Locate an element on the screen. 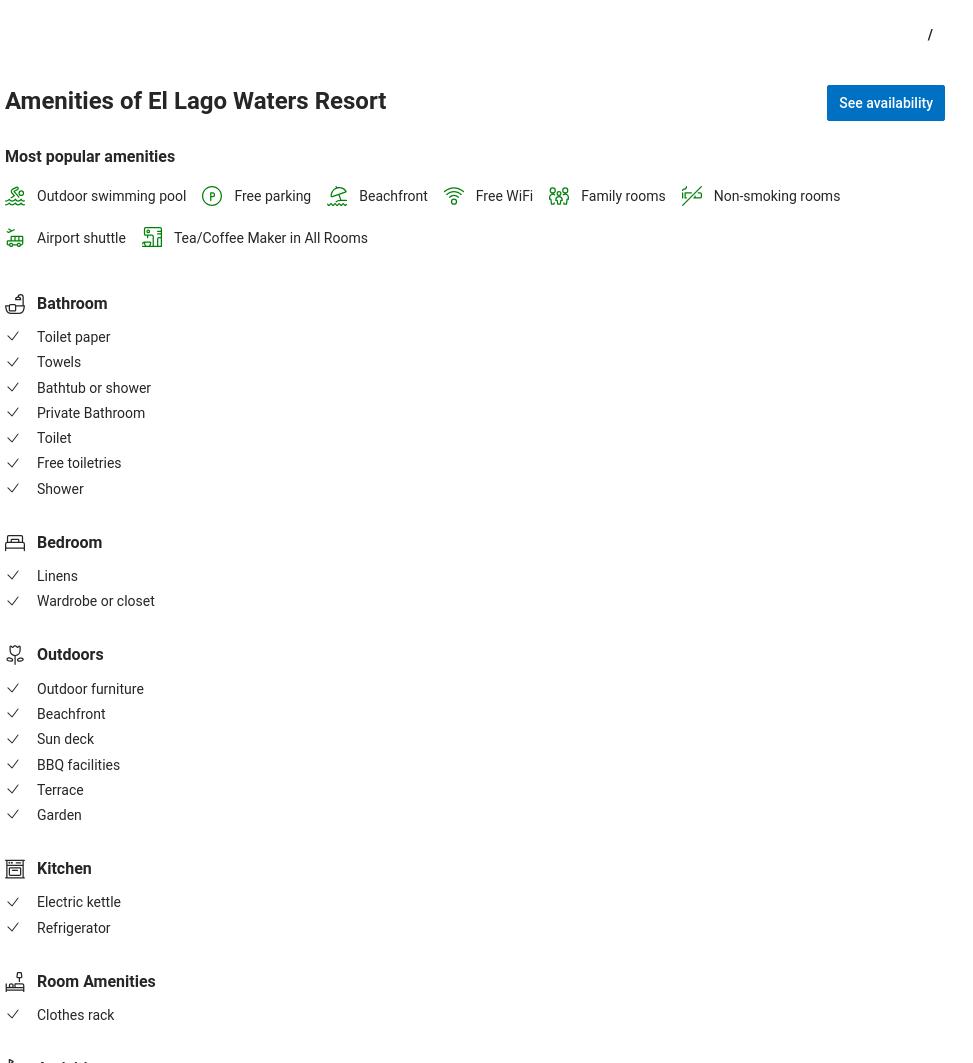  'BBQ facilities' is located at coordinates (77, 762).